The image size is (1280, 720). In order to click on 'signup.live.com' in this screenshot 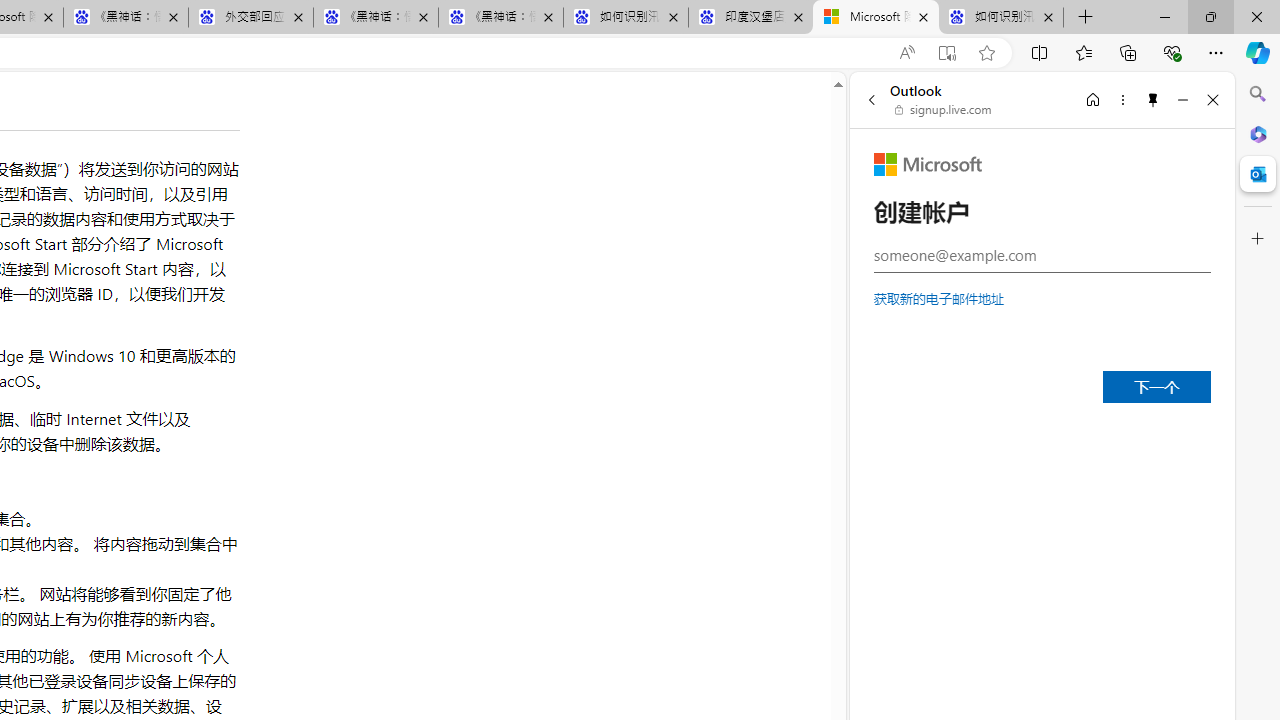, I will do `click(943, 110)`.